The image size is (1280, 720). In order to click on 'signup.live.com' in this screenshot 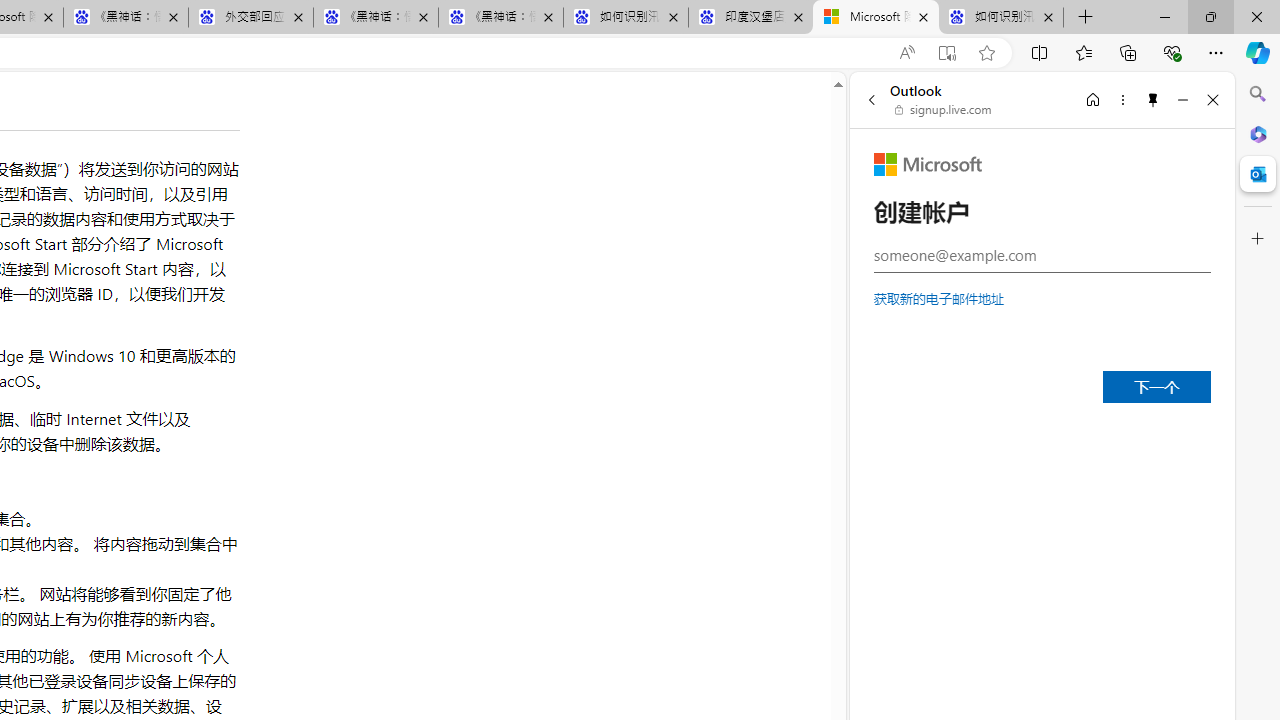, I will do `click(943, 110)`.